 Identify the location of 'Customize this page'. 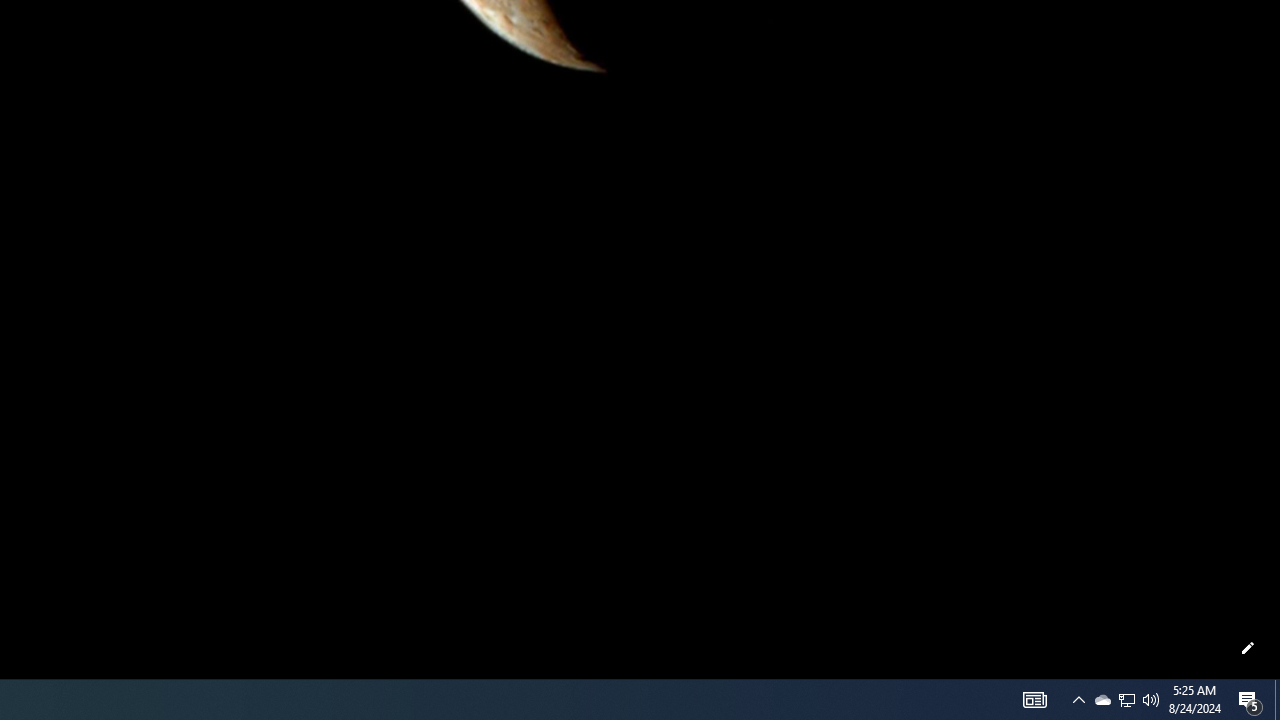
(1247, 648).